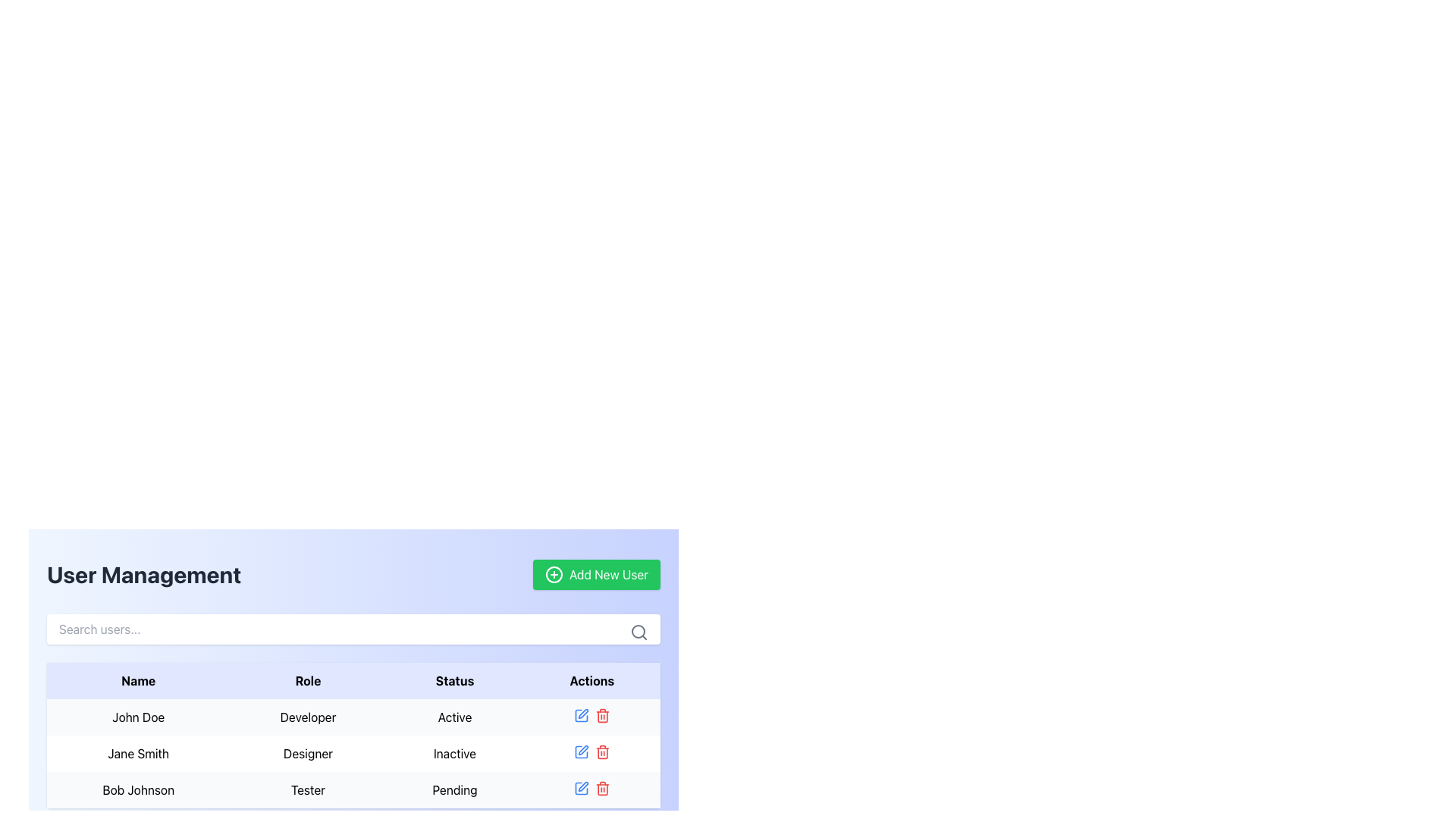 Image resolution: width=1456 pixels, height=819 pixels. What do you see at coordinates (553, 575) in the screenshot?
I see `the circular icon on the 'Add New User' green button located at the top right corner of the interface, which signifies the functionality of adding a new user` at bounding box center [553, 575].